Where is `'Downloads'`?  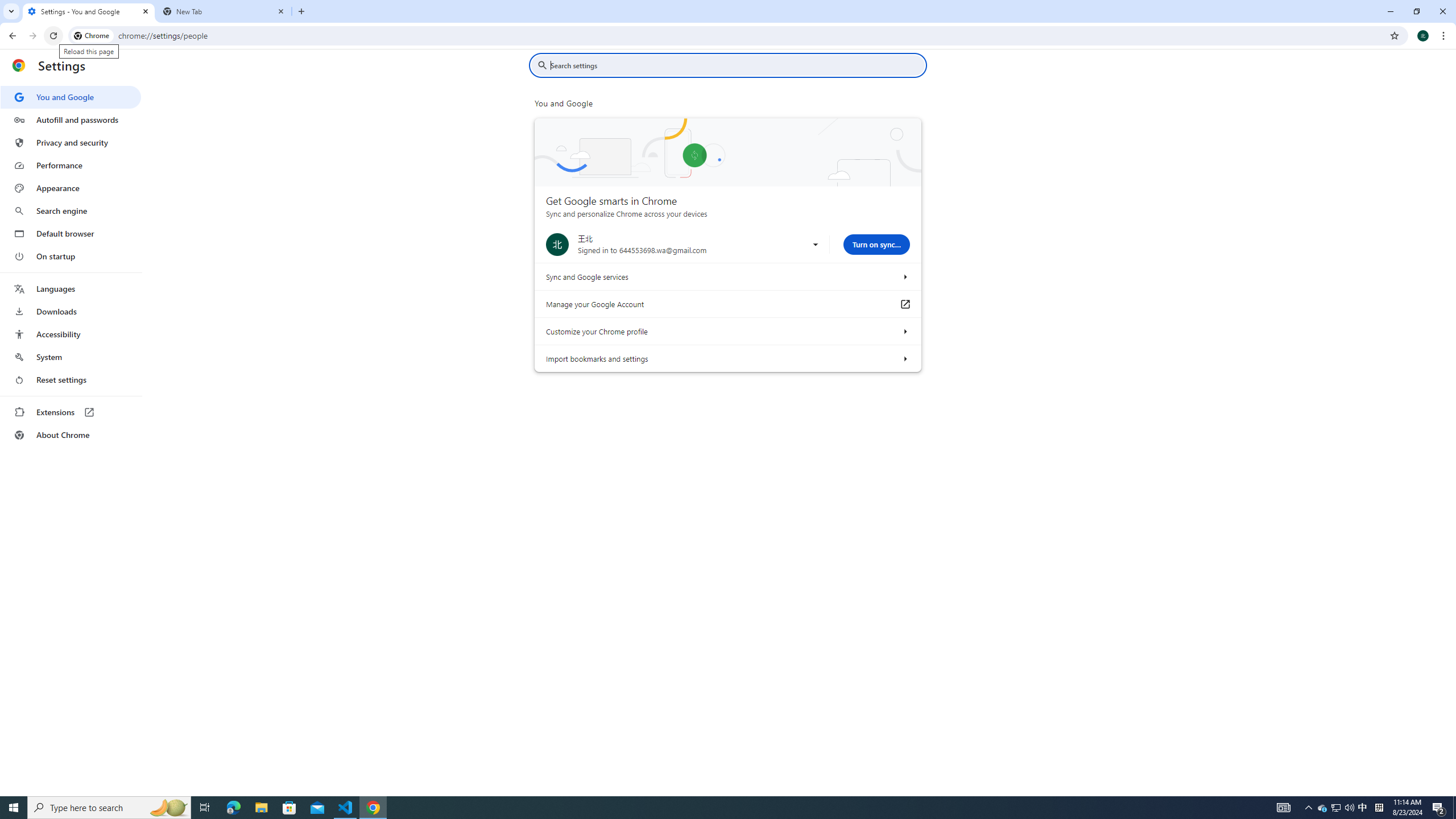
'Downloads' is located at coordinates (70, 311).